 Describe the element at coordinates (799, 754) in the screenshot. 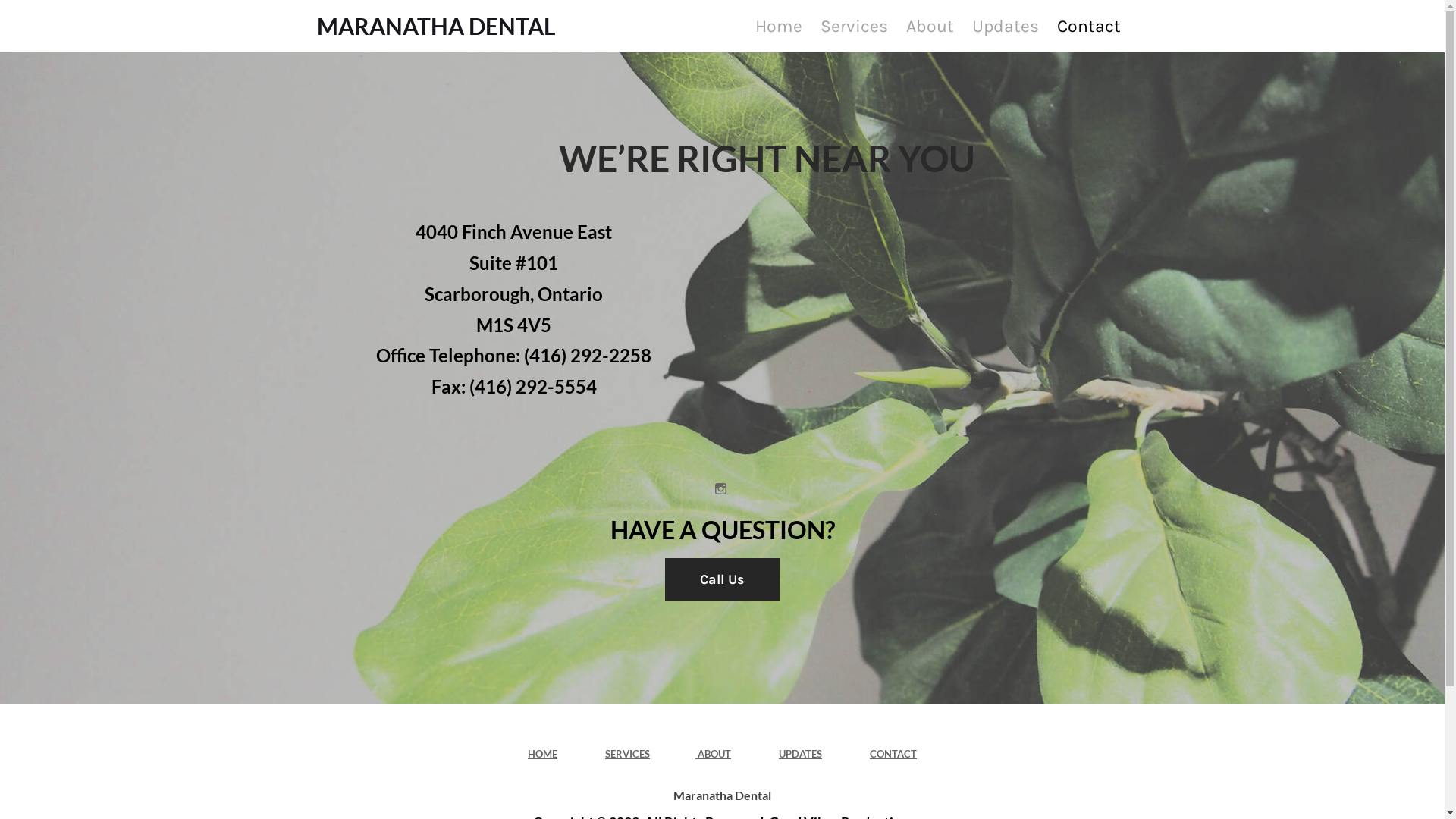

I see `'UPDATES'` at that location.